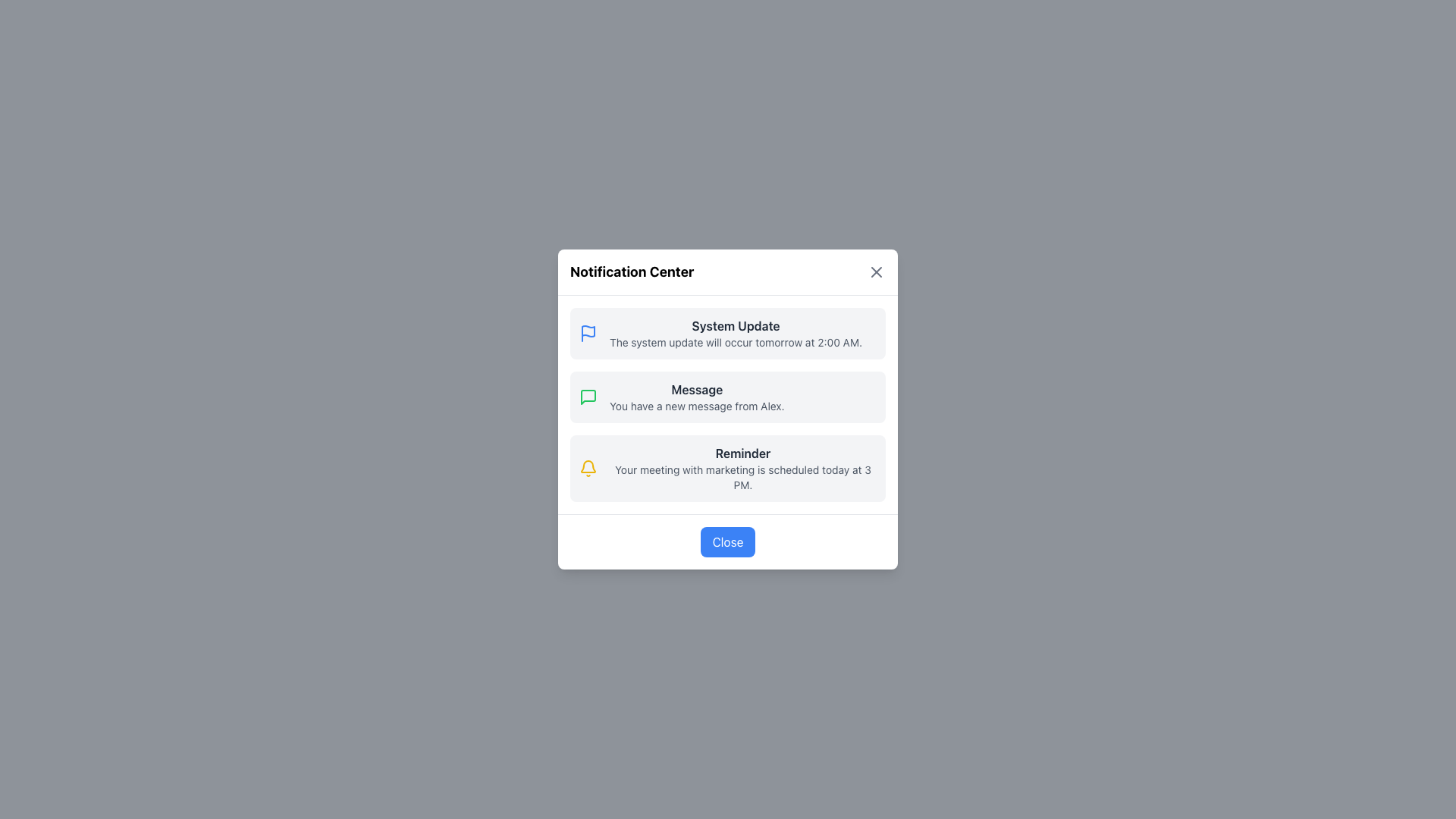  I want to click on the 'Close' button located at the bottom center of the modal dialog, so click(728, 541).